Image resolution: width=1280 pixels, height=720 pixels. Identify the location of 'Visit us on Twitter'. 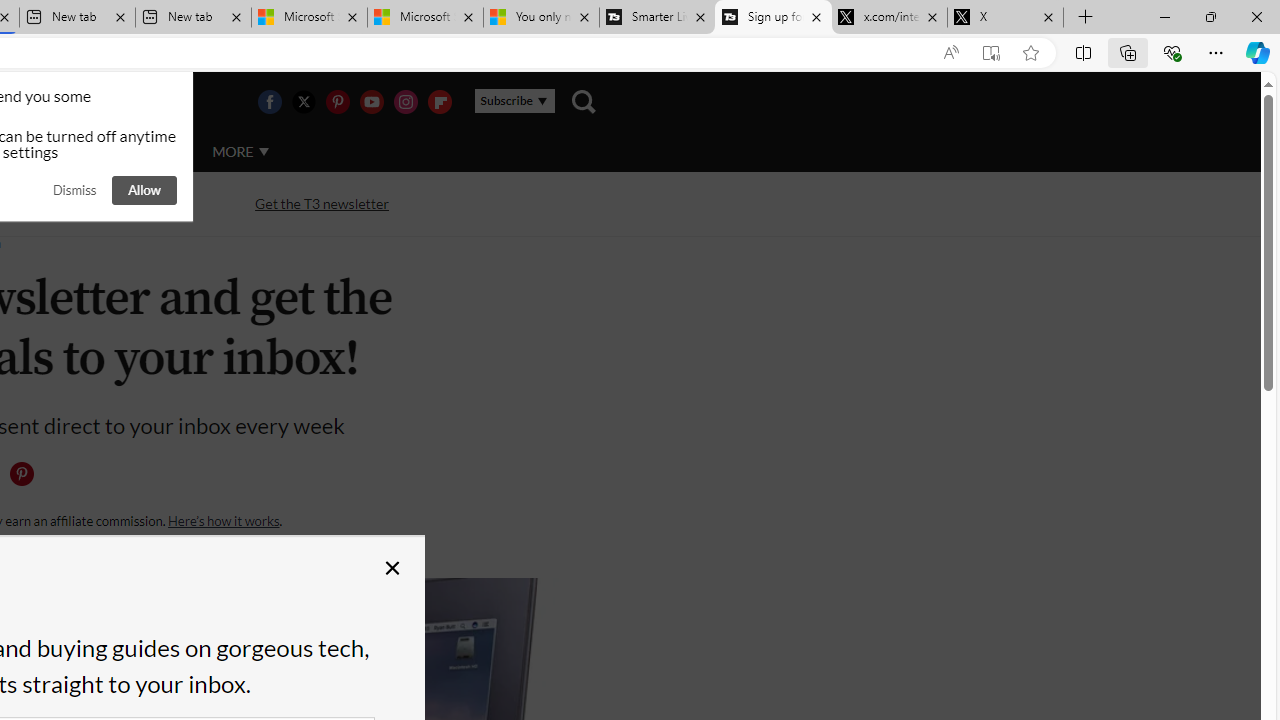
(302, 101).